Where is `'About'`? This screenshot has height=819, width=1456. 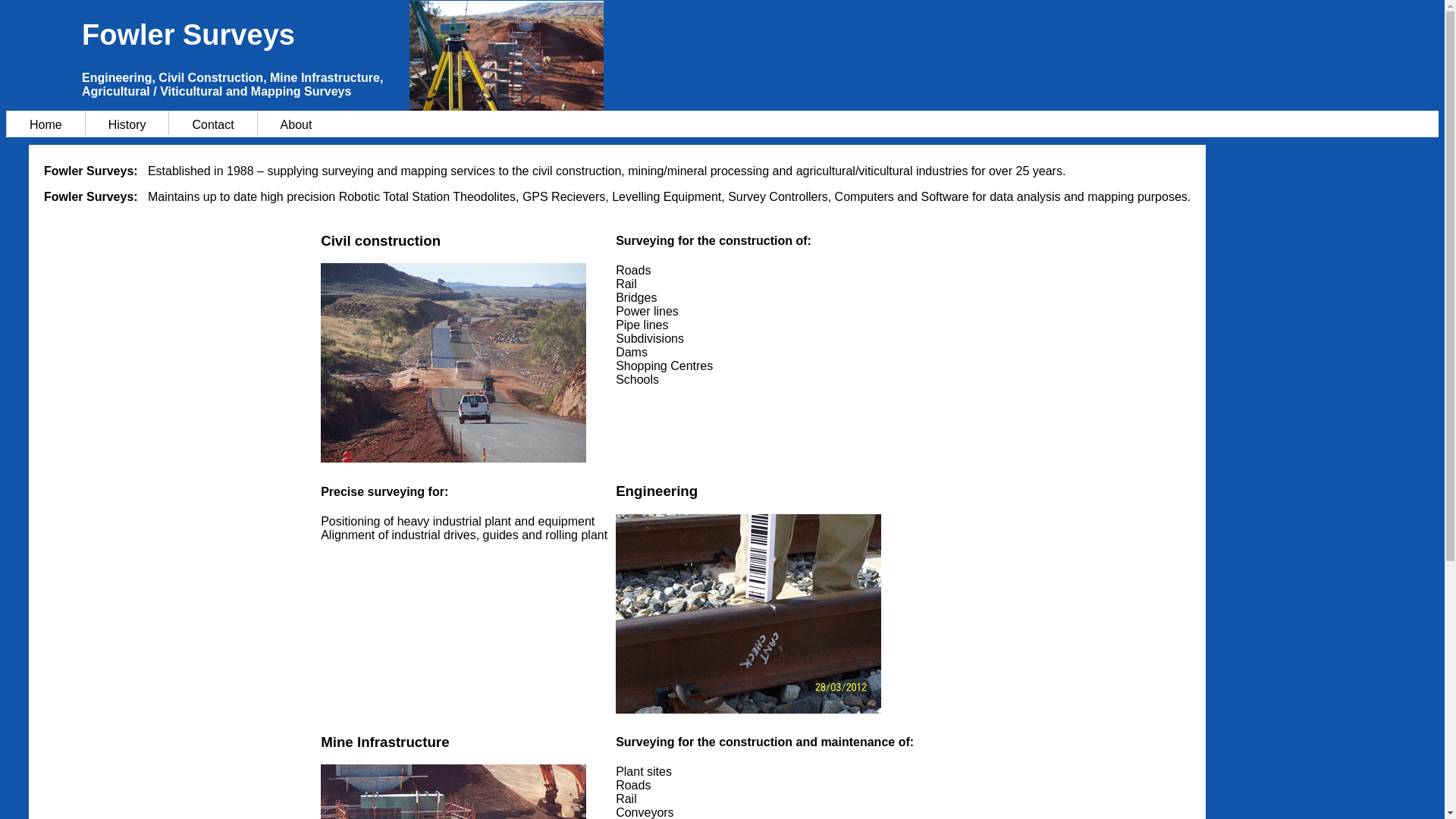
'About' is located at coordinates (257, 122).